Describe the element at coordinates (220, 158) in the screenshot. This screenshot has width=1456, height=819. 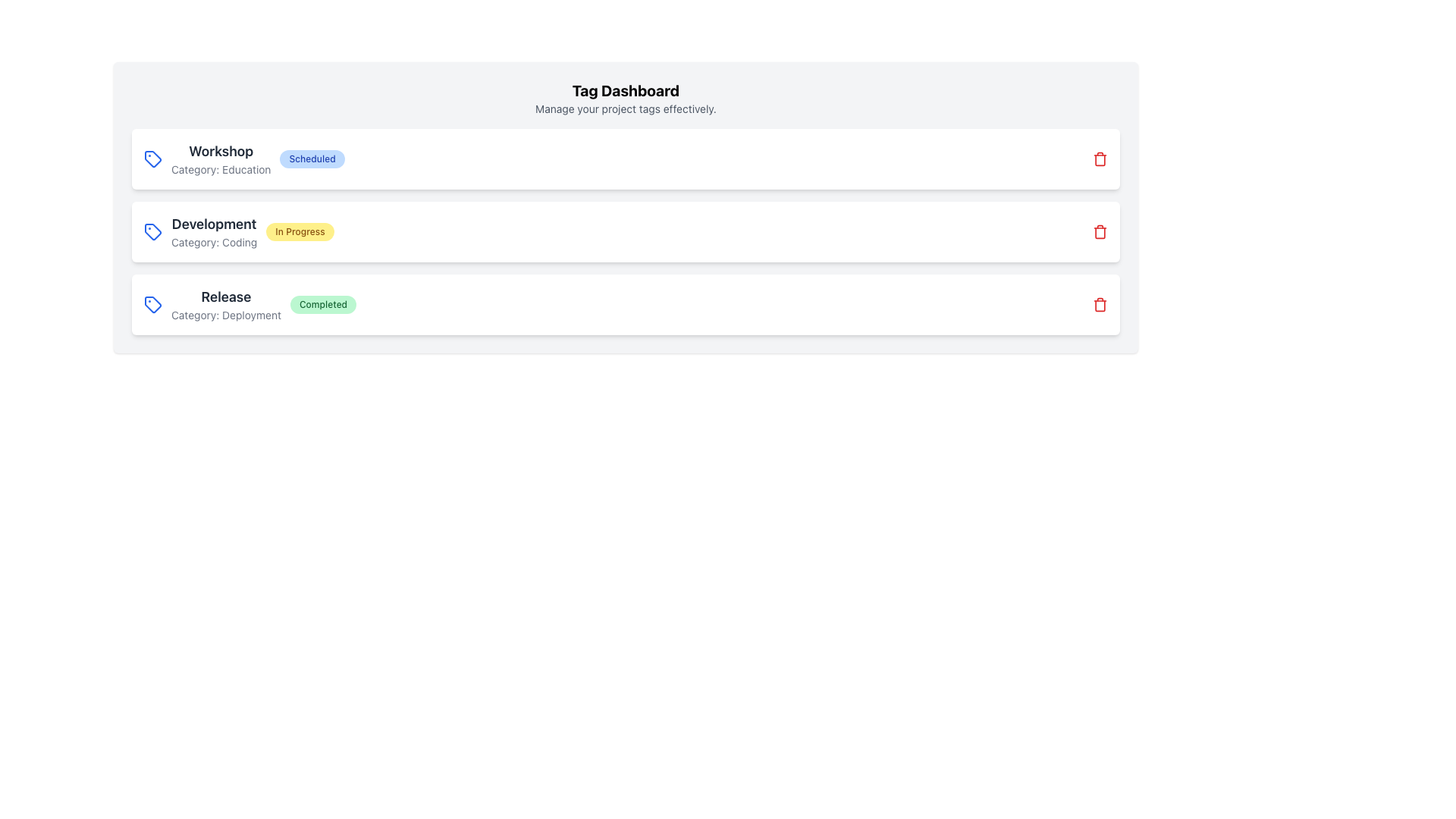
I see `the workshop title label located in the first row of the list, which is centrally aligned and follows a tag icon on the left` at that location.